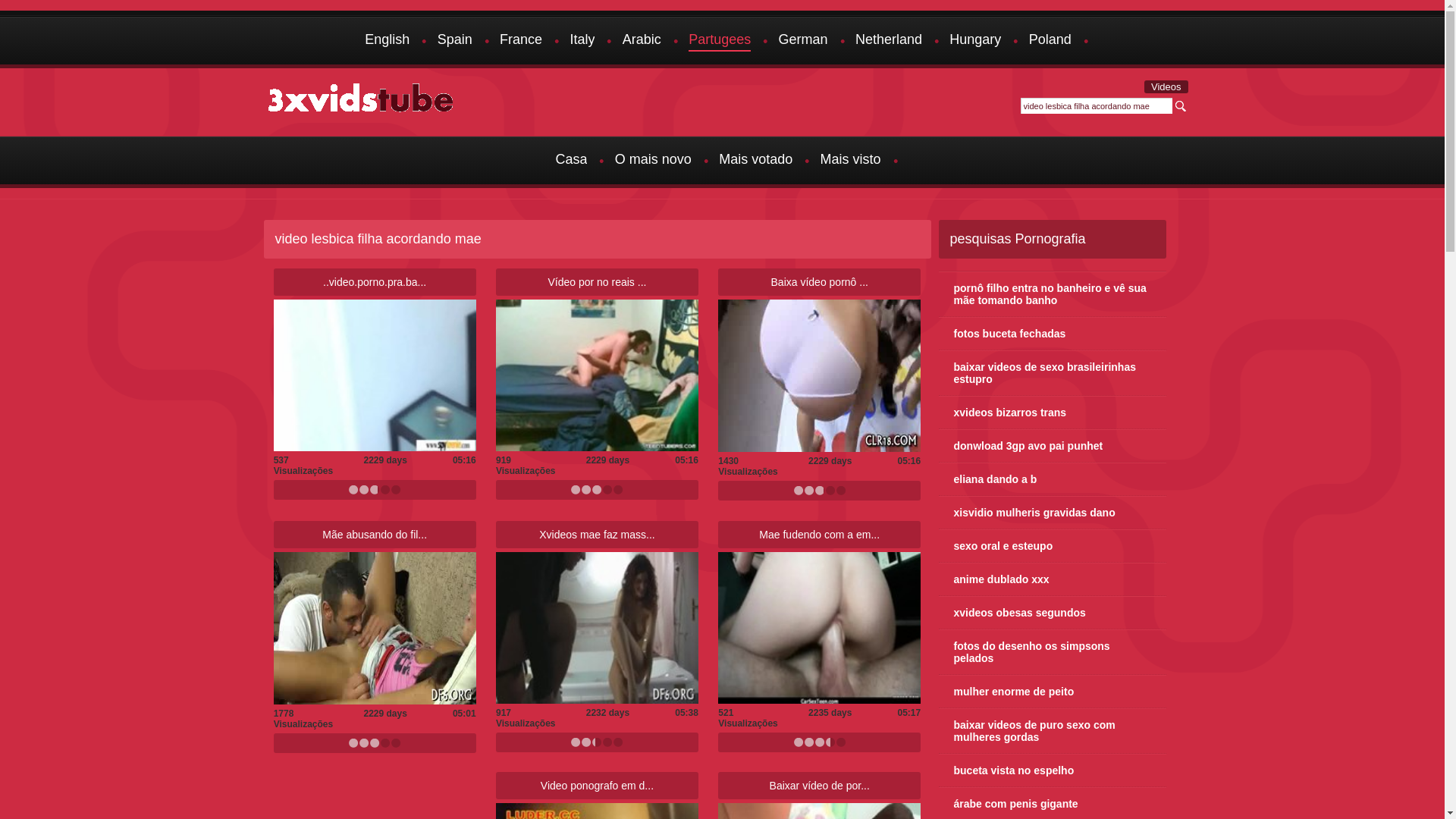 Image resolution: width=1456 pixels, height=819 pixels. I want to click on 'eliana dando a b', so click(1051, 479).